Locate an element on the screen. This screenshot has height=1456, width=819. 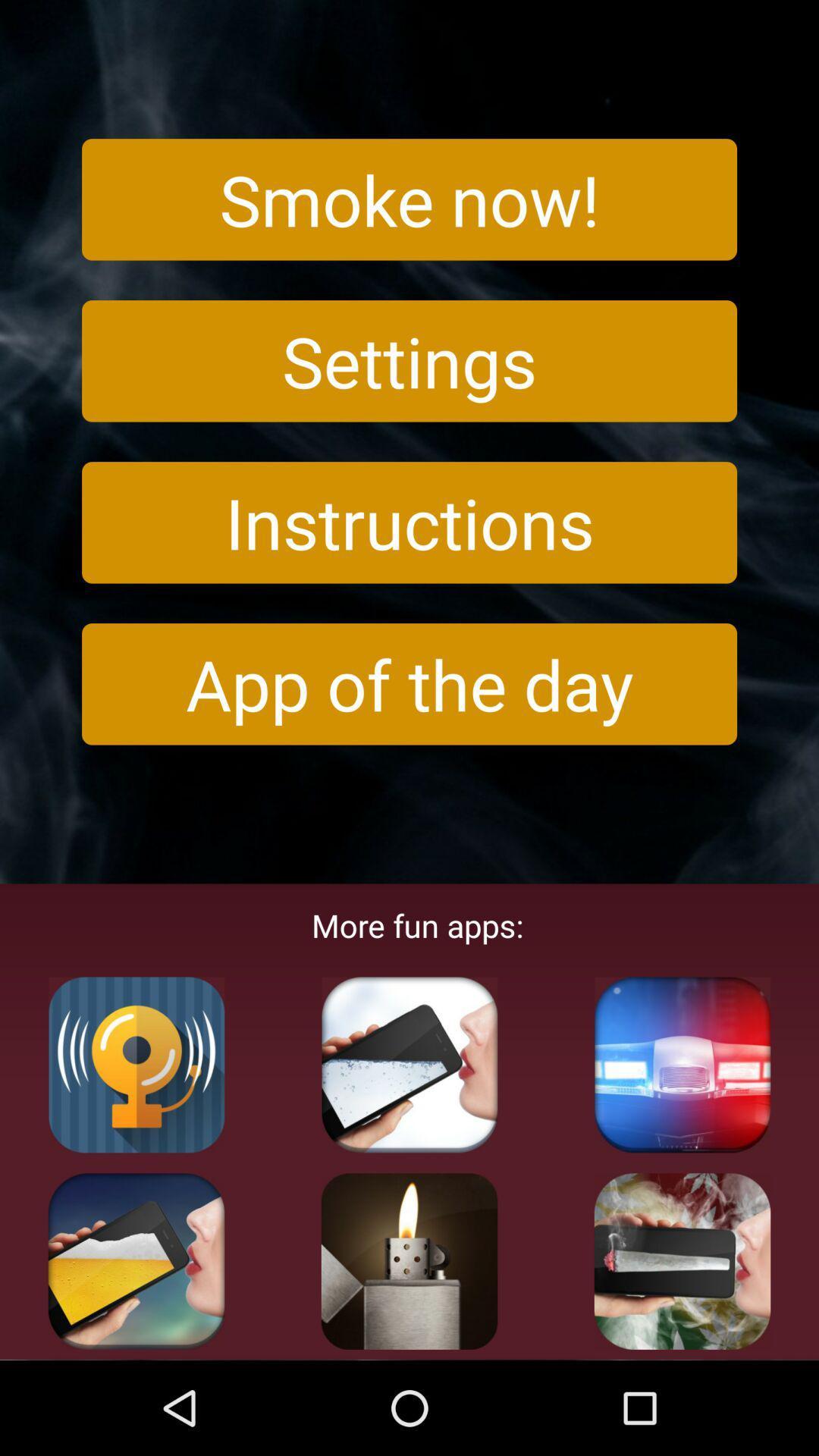
find another app is located at coordinates (681, 1261).